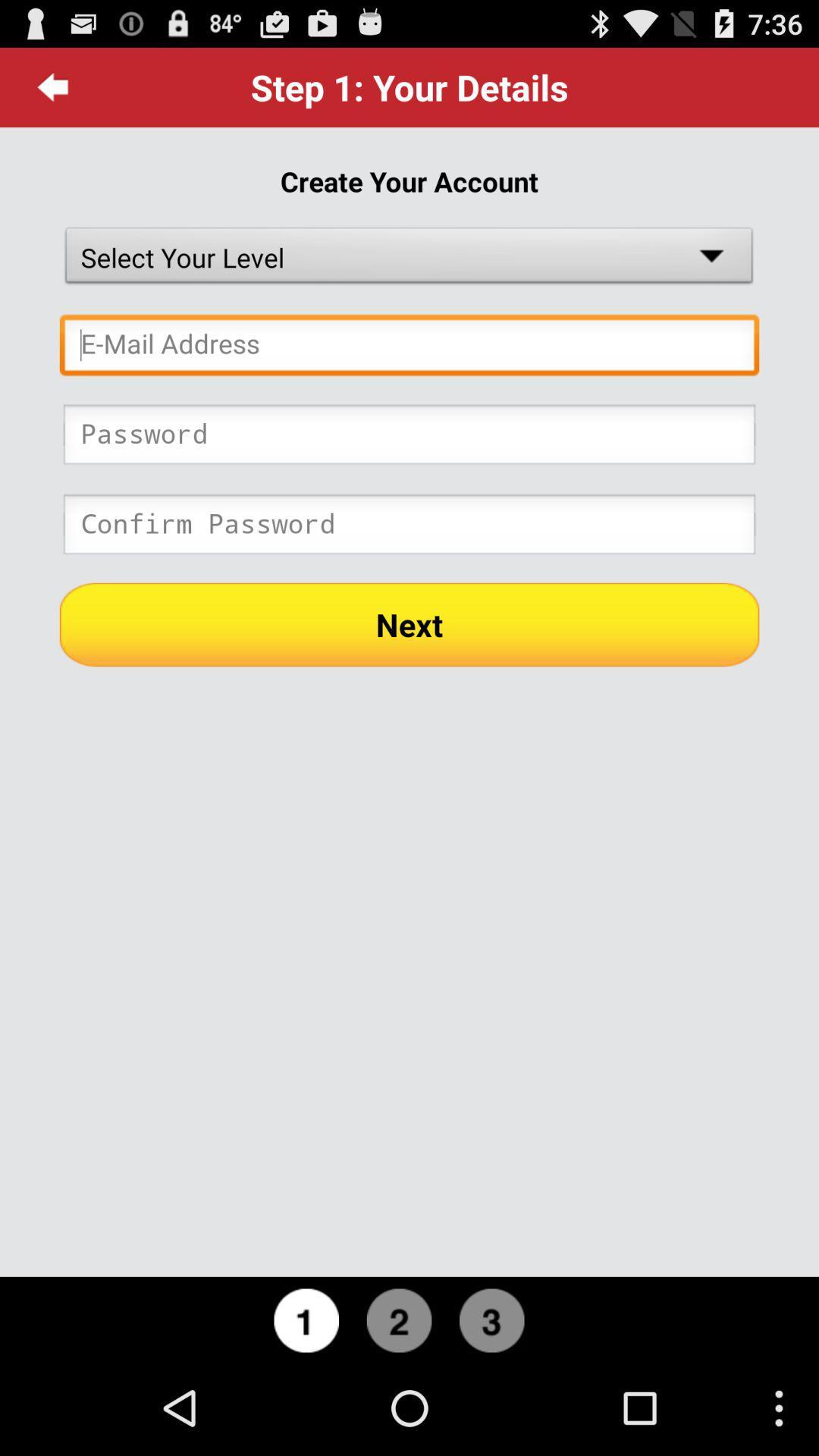  Describe the element at coordinates (52, 86) in the screenshot. I see `item next to step 1 your` at that location.